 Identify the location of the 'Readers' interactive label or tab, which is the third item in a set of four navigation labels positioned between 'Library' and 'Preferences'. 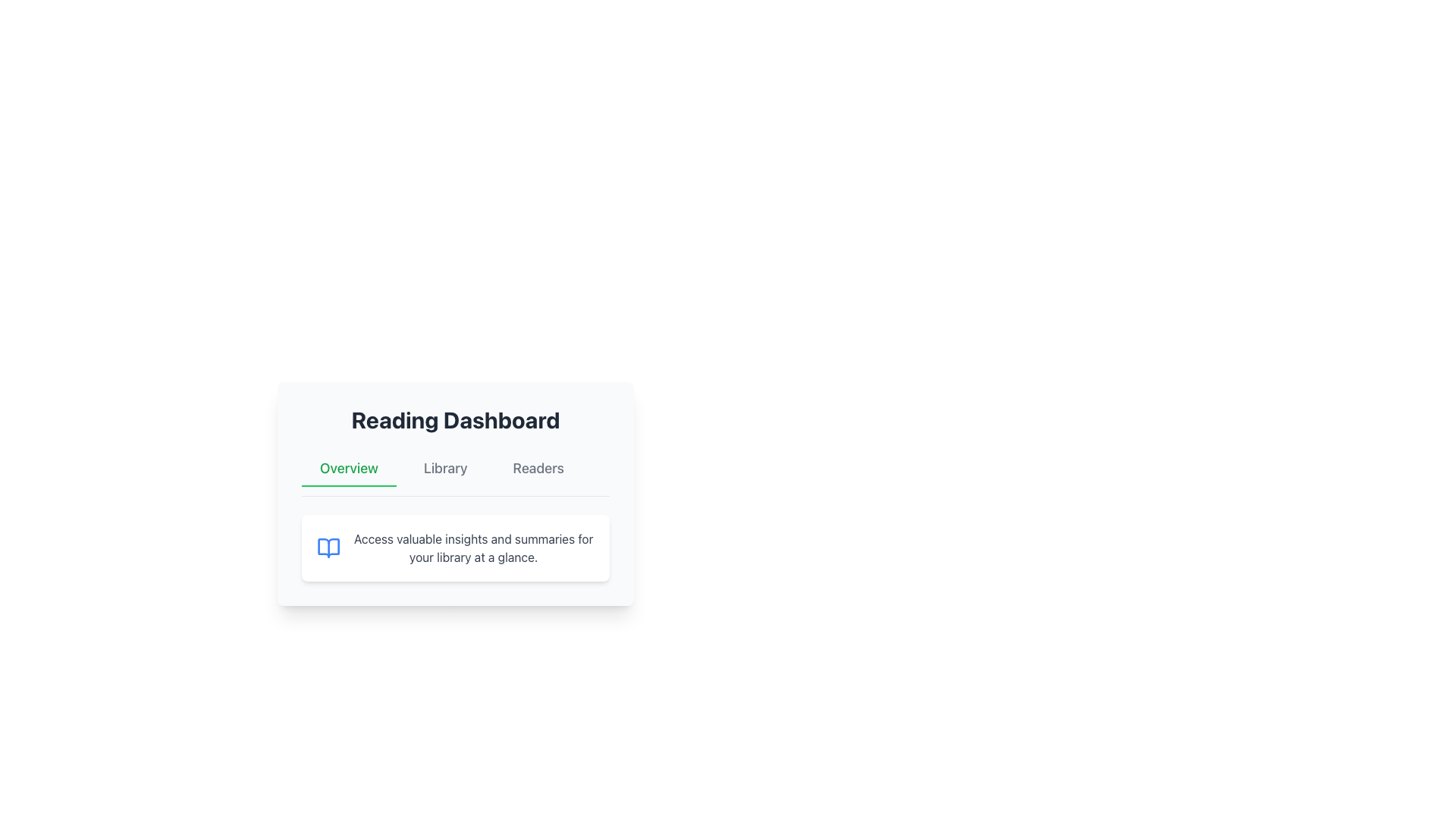
(538, 468).